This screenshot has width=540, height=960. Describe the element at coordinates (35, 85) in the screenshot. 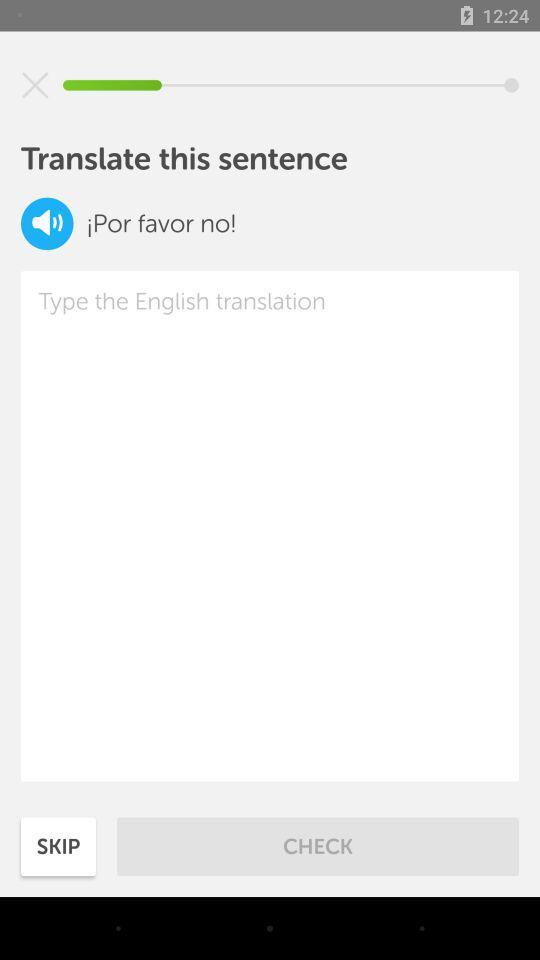

I see `exit that sentence` at that location.